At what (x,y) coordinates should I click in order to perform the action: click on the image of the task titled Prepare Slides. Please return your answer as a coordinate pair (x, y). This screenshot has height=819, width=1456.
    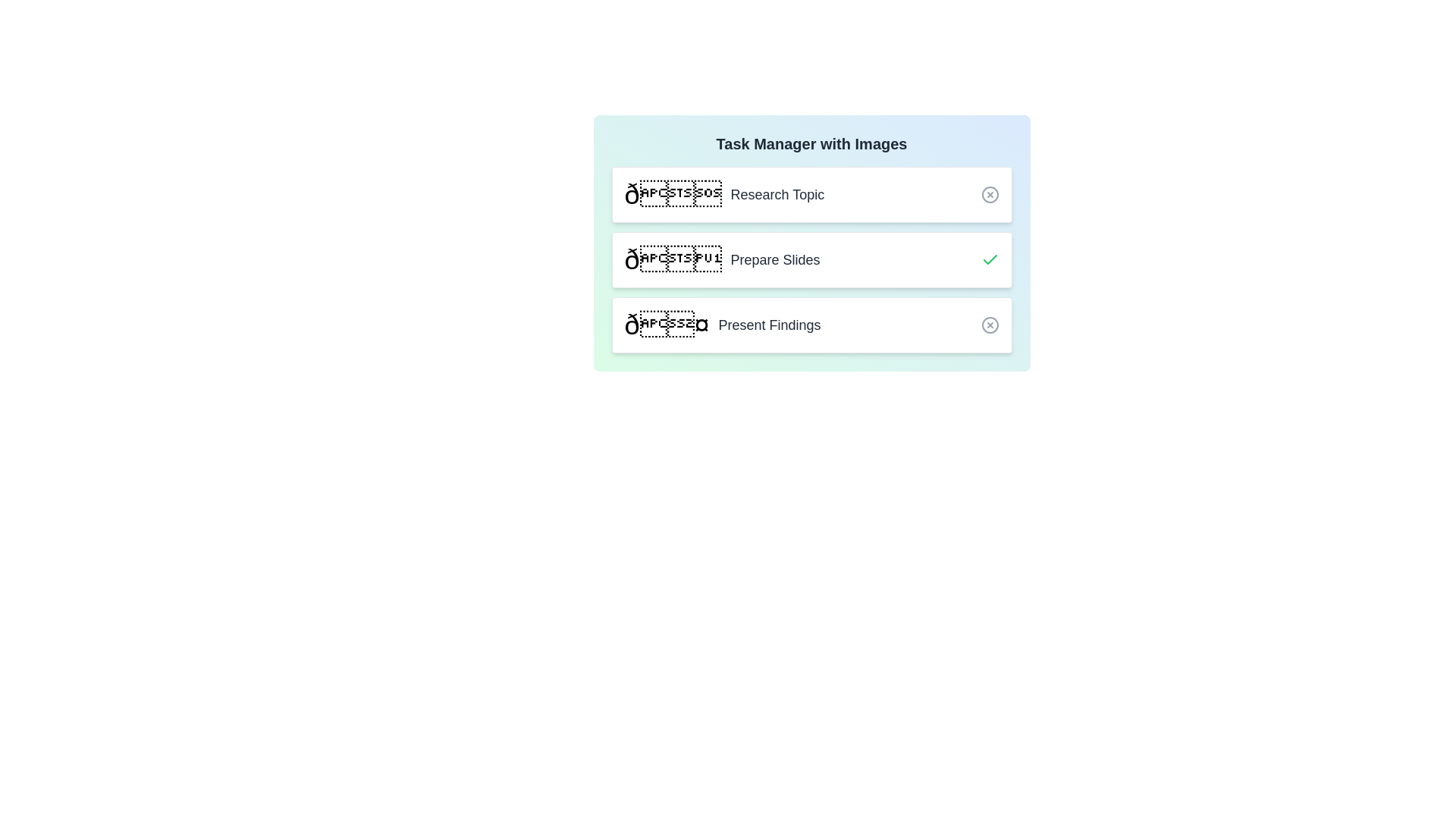
    Looking at the image, I should click on (672, 259).